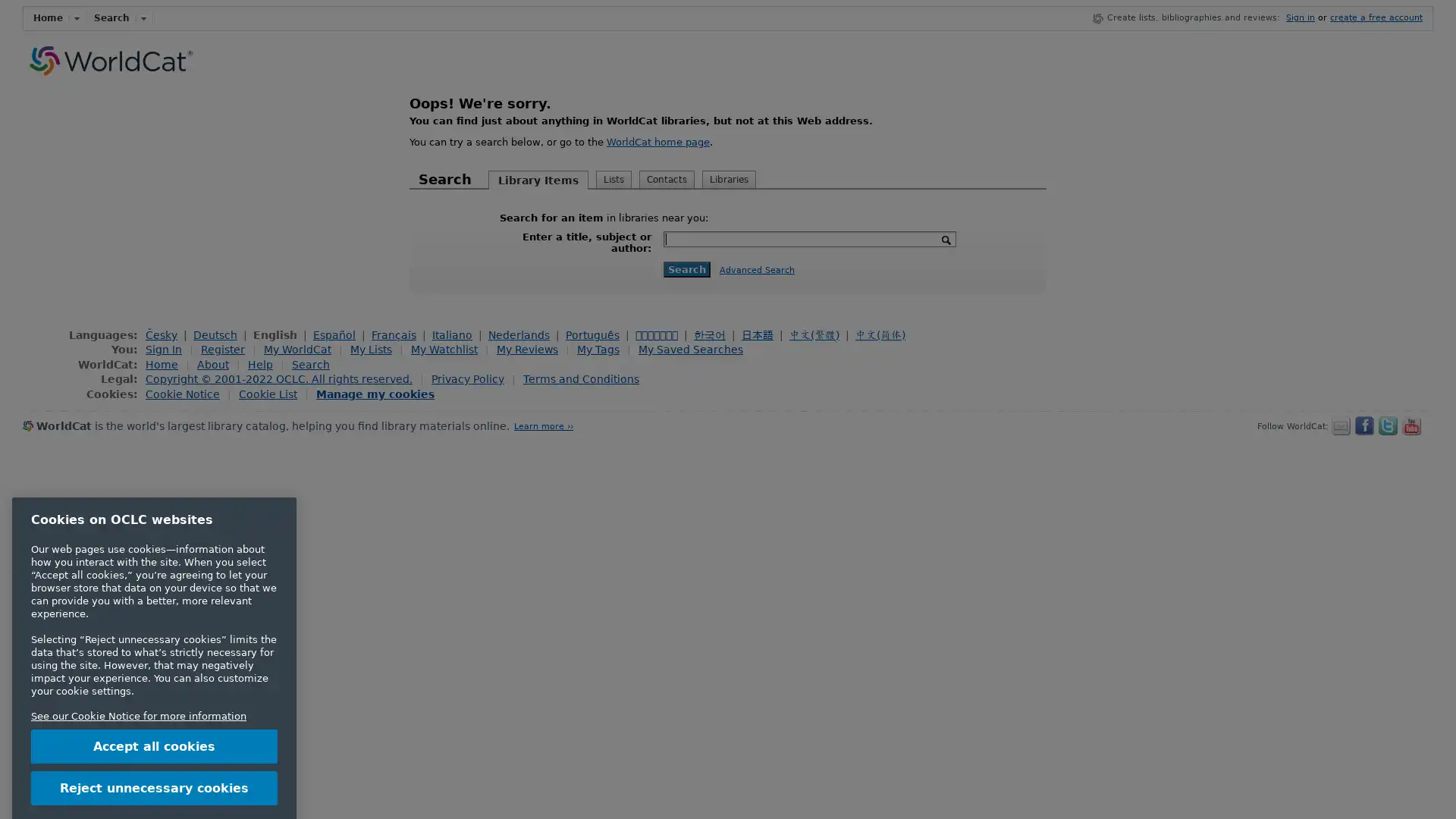  I want to click on Accept all cookies, so click(154, 678).